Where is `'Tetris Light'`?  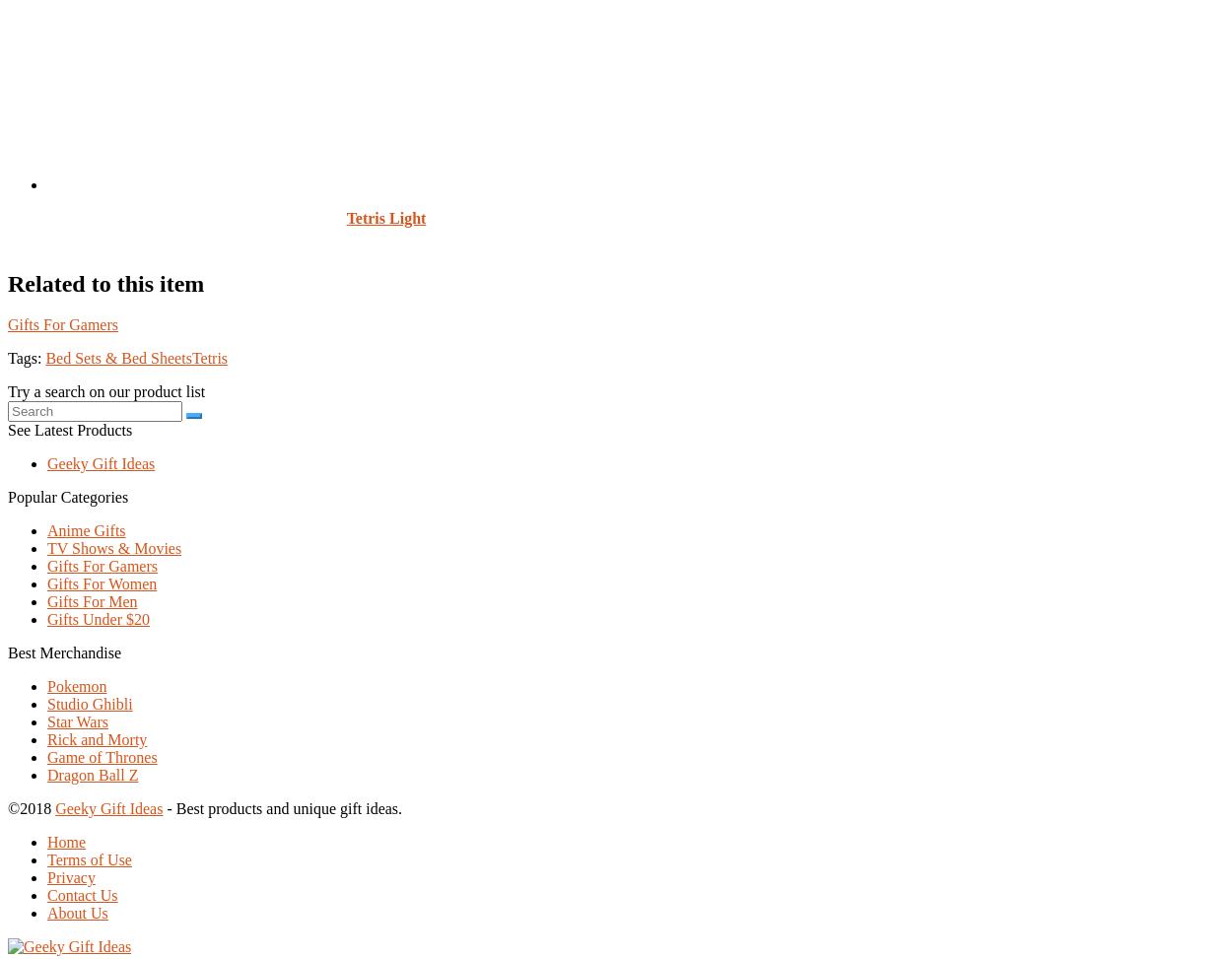 'Tetris Light' is located at coordinates (385, 216).